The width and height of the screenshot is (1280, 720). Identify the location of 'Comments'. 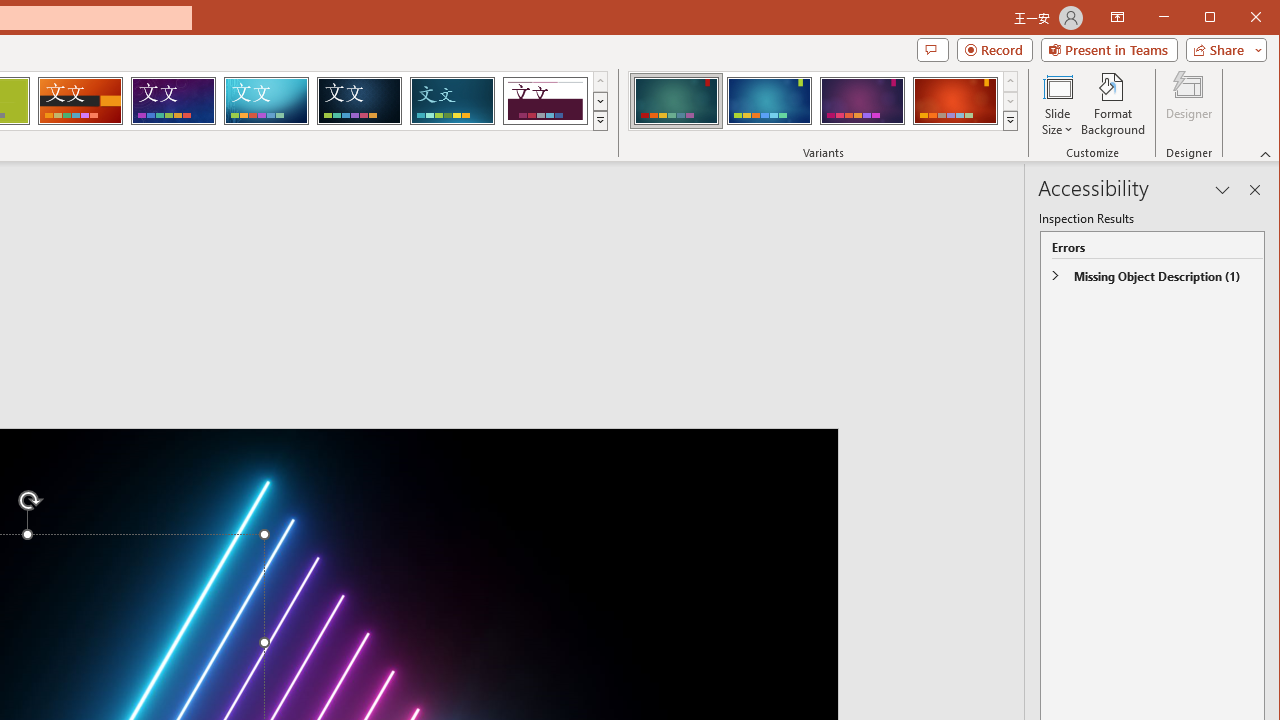
(931, 49).